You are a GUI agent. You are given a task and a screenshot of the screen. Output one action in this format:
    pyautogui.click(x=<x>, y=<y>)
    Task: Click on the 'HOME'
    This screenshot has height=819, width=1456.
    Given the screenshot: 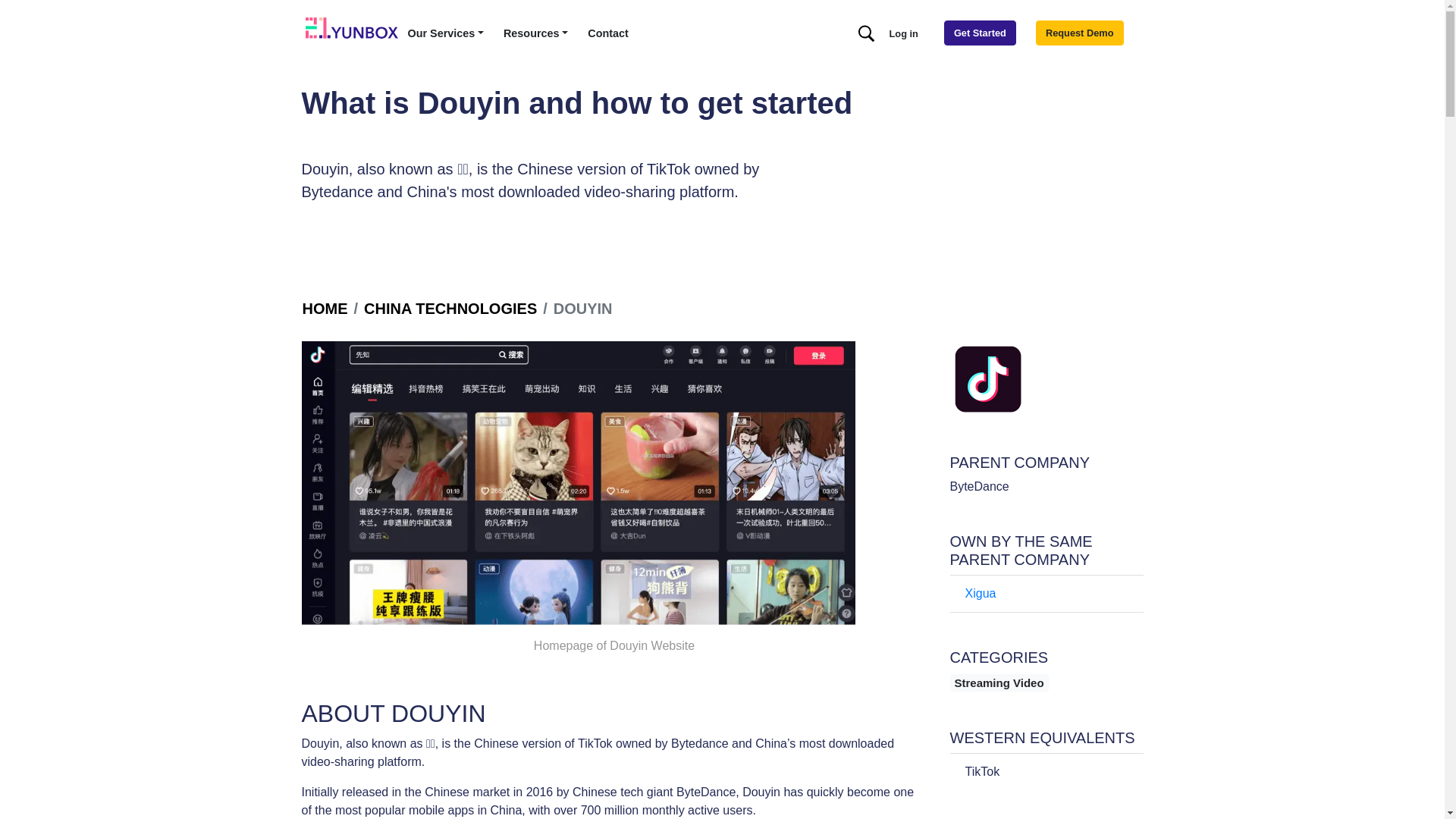 What is the action you would take?
    pyautogui.click(x=323, y=308)
    